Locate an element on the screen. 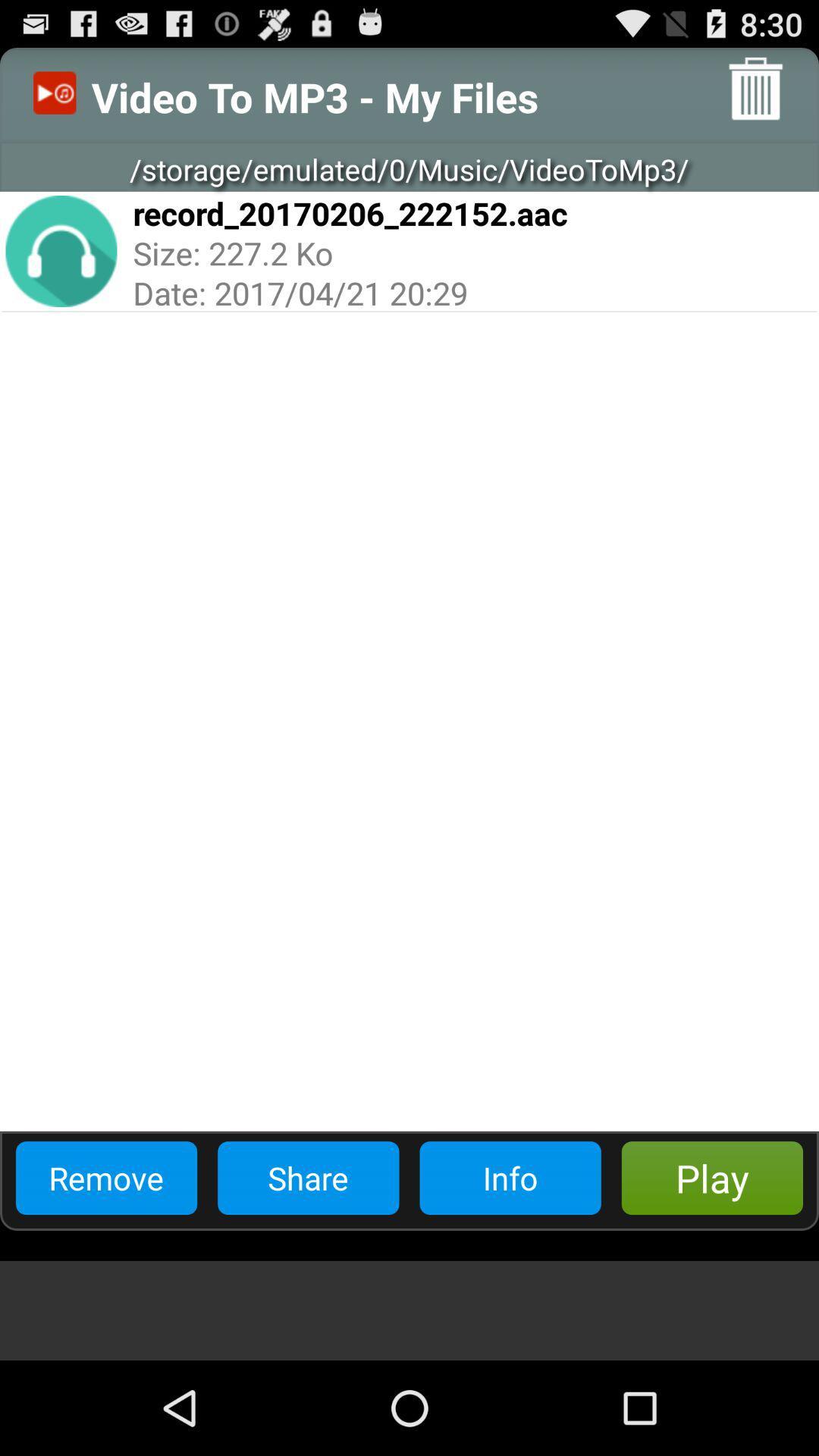  the delete icon is located at coordinates (755, 94).